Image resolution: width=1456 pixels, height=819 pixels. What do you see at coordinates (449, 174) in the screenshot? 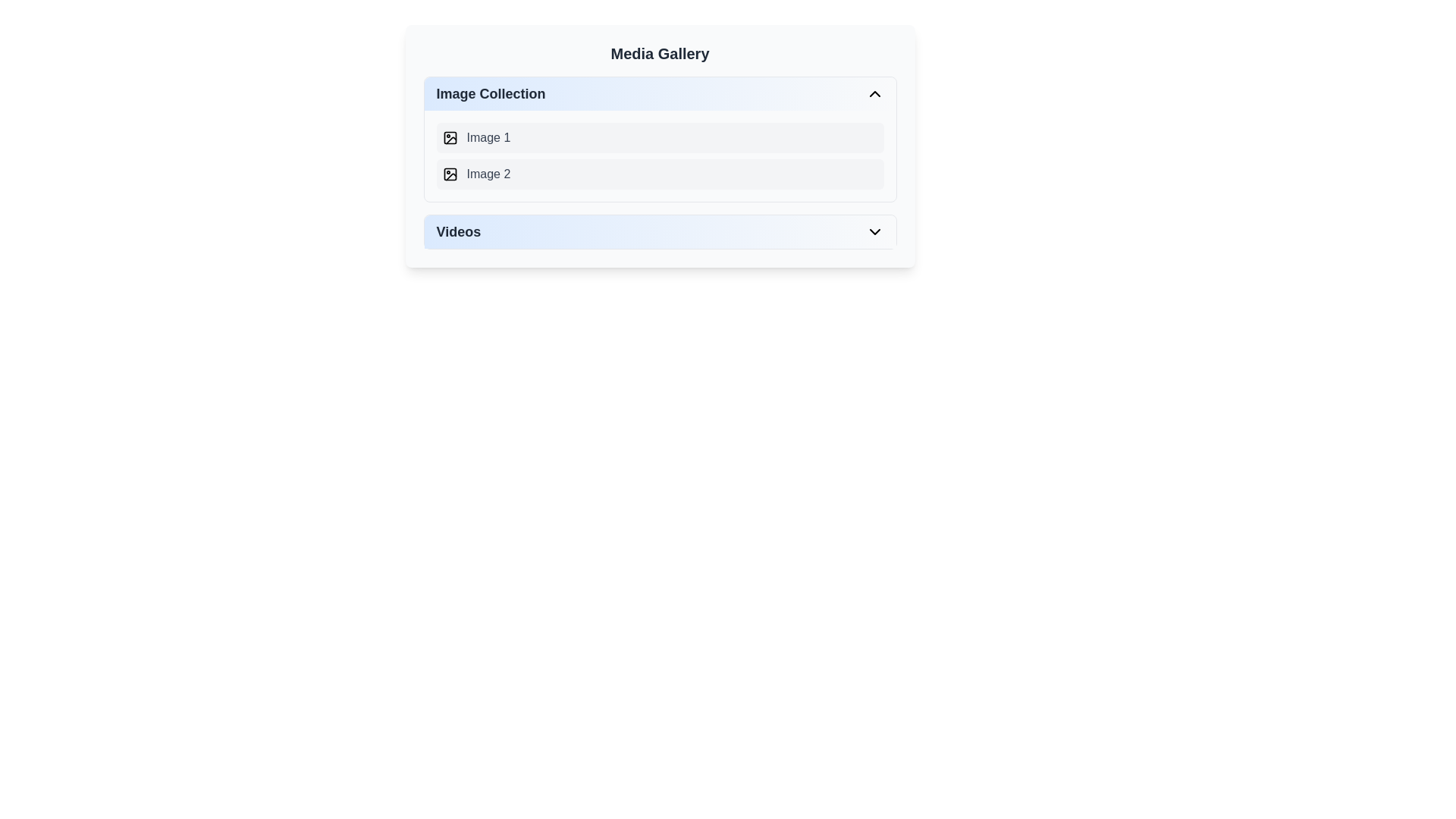
I see `the image icon located to the left of the text 'Image 2' in the 'Image Collection' section` at bounding box center [449, 174].